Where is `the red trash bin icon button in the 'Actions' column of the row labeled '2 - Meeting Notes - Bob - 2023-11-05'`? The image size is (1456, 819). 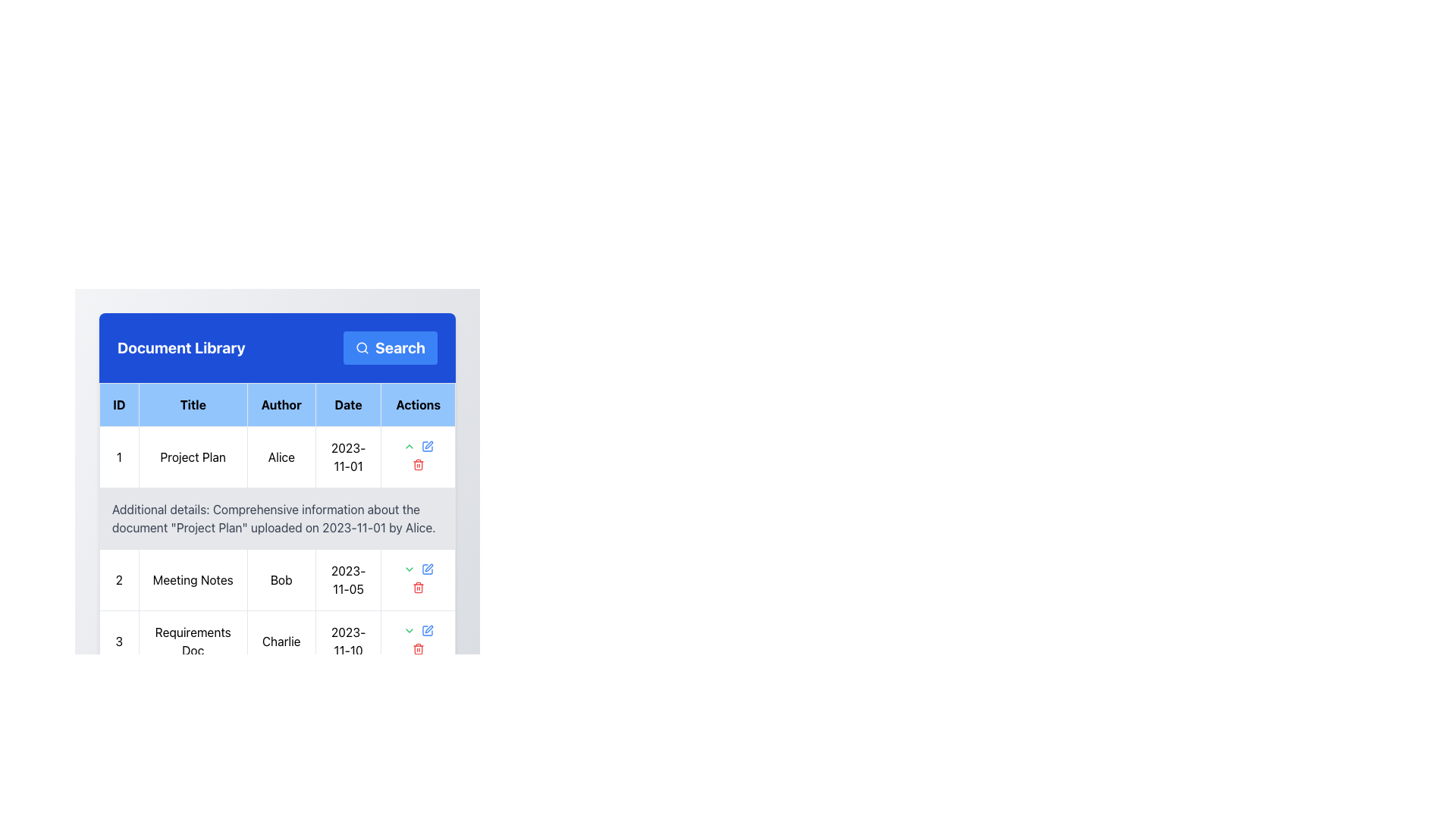 the red trash bin icon button in the 'Actions' column of the row labeled '2 - Meeting Notes - Bob - 2023-11-05' is located at coordinates (418, 579).